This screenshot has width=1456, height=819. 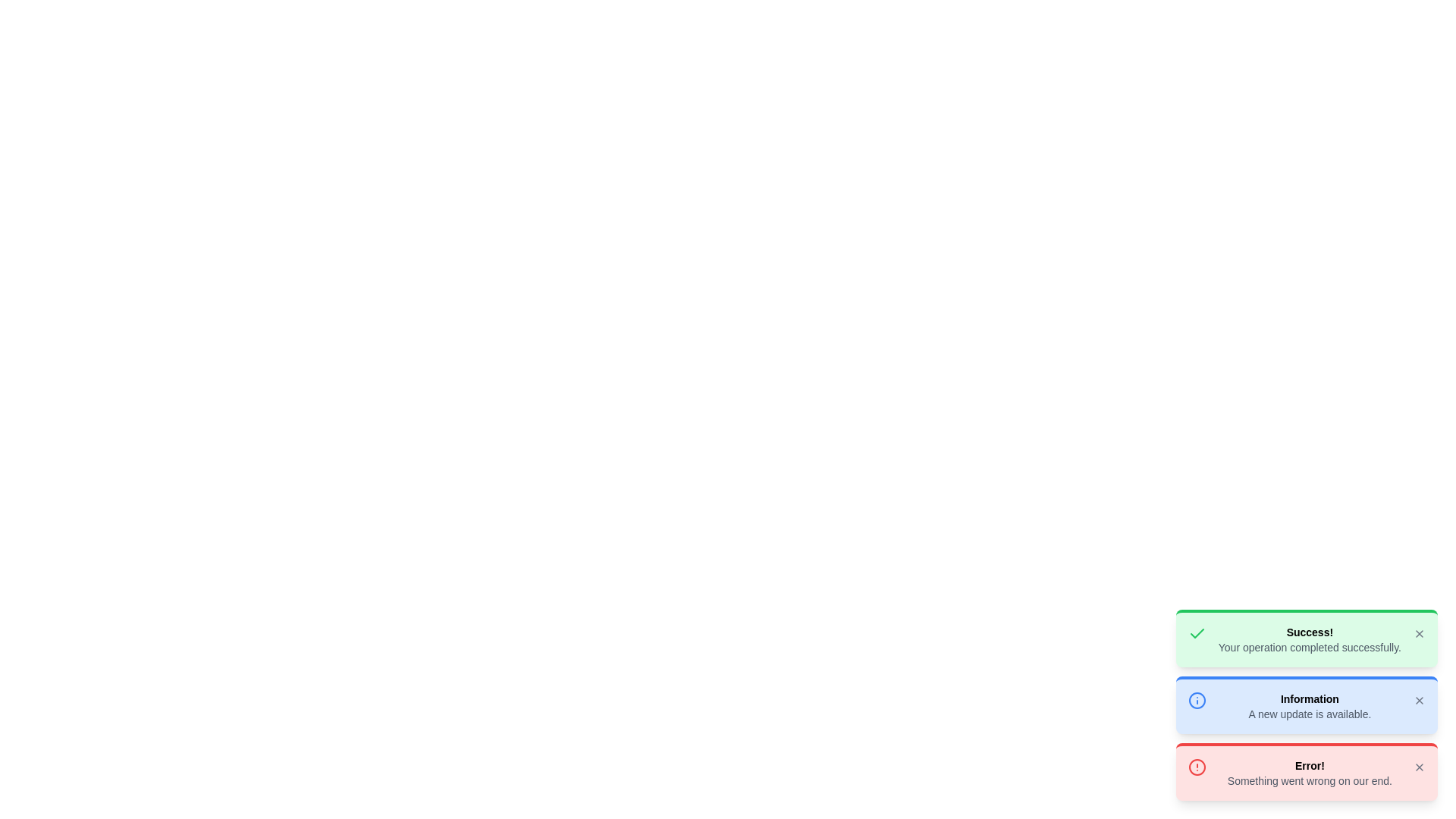 What do you see at coordinates (1309, 698) in the screenshot?
I see `the text label that serves as the header for the notification card, located at the top portion of the blue notification card above the text 'A new update is available.'` at bounding box center [1309, 698].